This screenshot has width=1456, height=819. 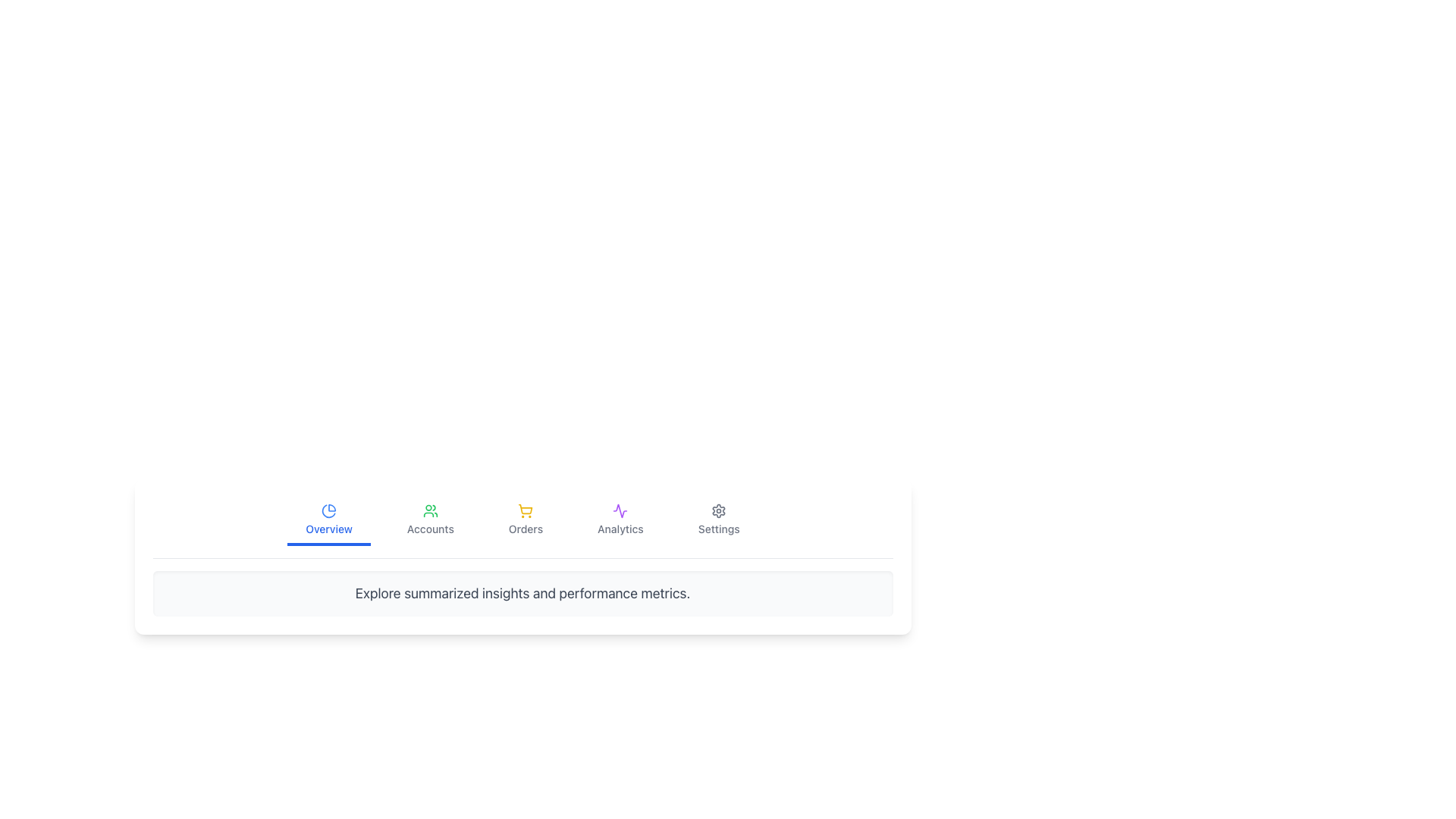 I want to click on the 'Settings' menu item, which features a gray gear icon and is located at the far right of the menu bar, so click(x=718, y=520).